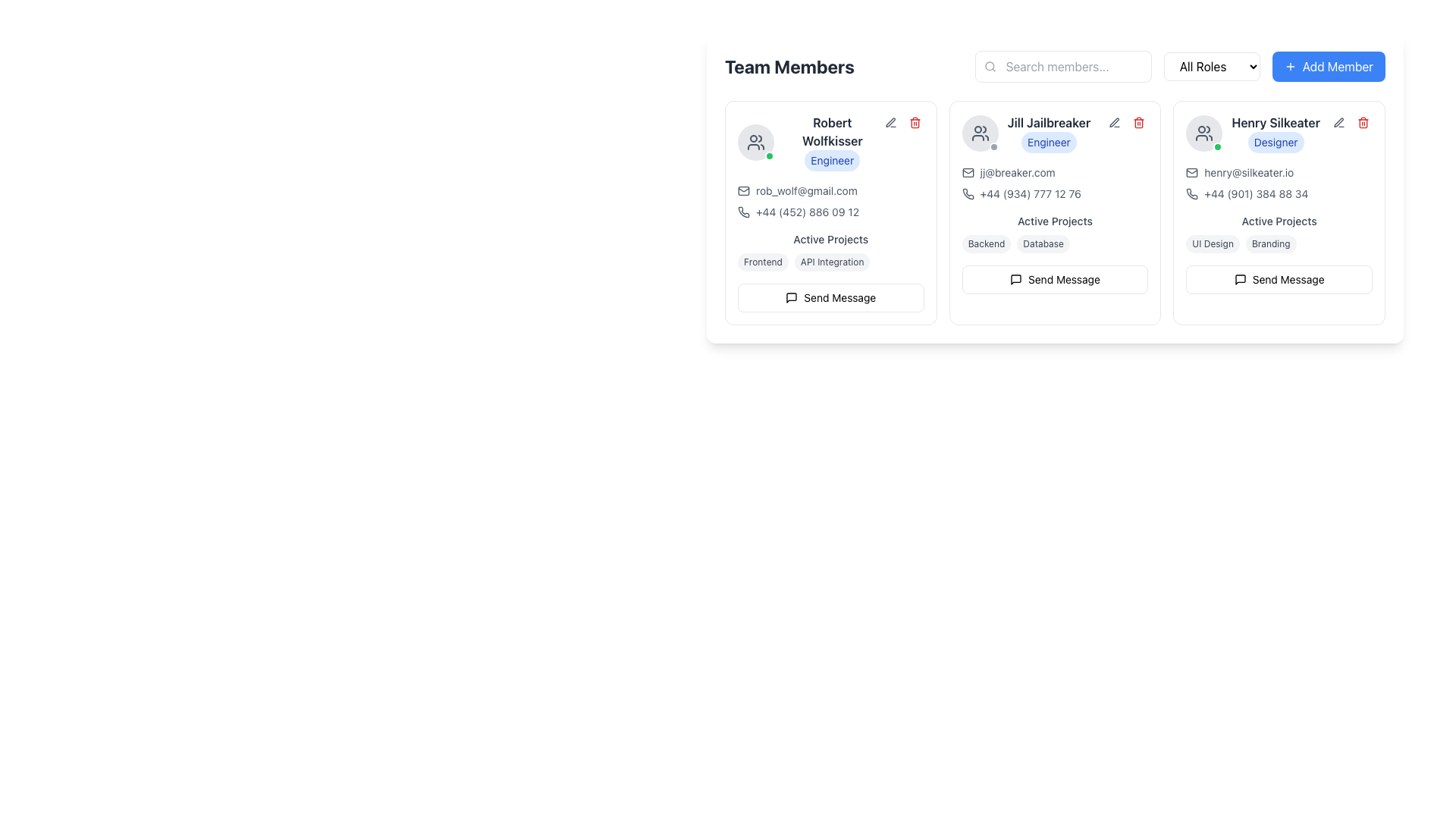 The width and height of the screenshot is (1456, 819). I want to click on the text label displaying 'Robert Wolfkisser', which is styled in bold, dark gray font and positioned above the label 'Engineer' in the first card under 'Team Members', so click(831, 130).